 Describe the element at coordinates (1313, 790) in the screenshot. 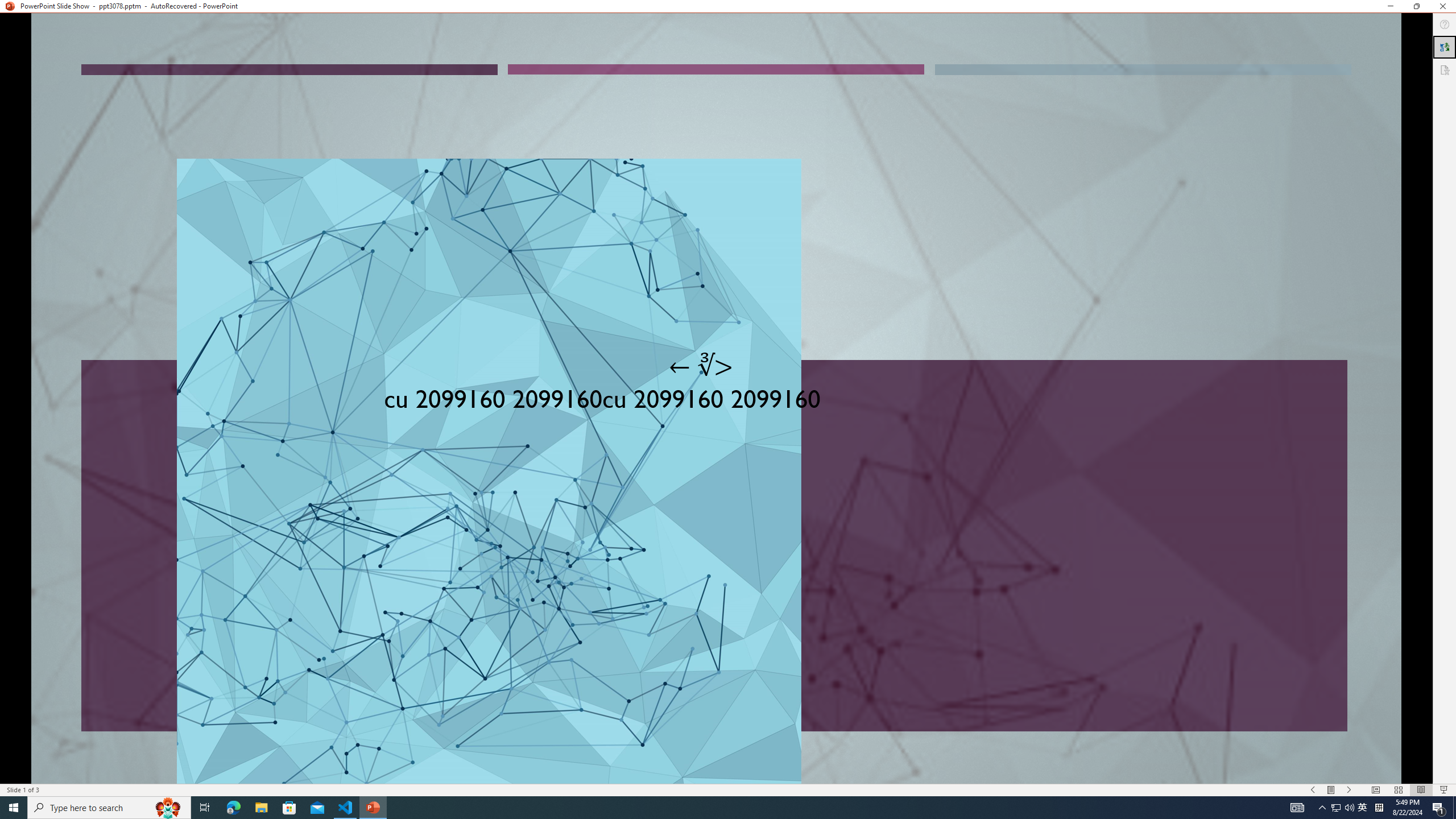

I see `'Slide Show Previous On'` at that location.